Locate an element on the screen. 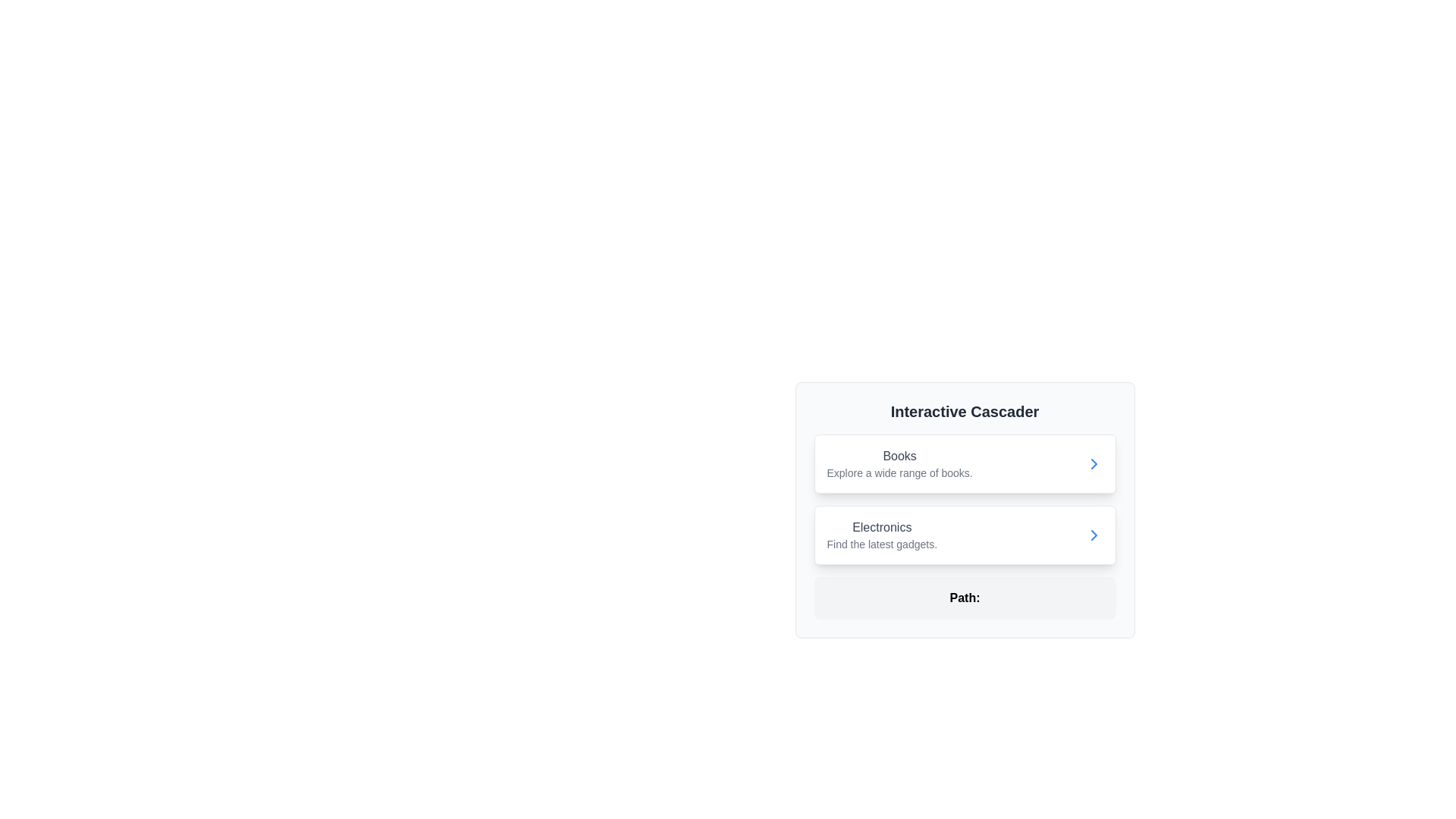  the descriptive text label located below the 'Electronics' section, which provides additional context for that section is located at coordinates (882, 543).